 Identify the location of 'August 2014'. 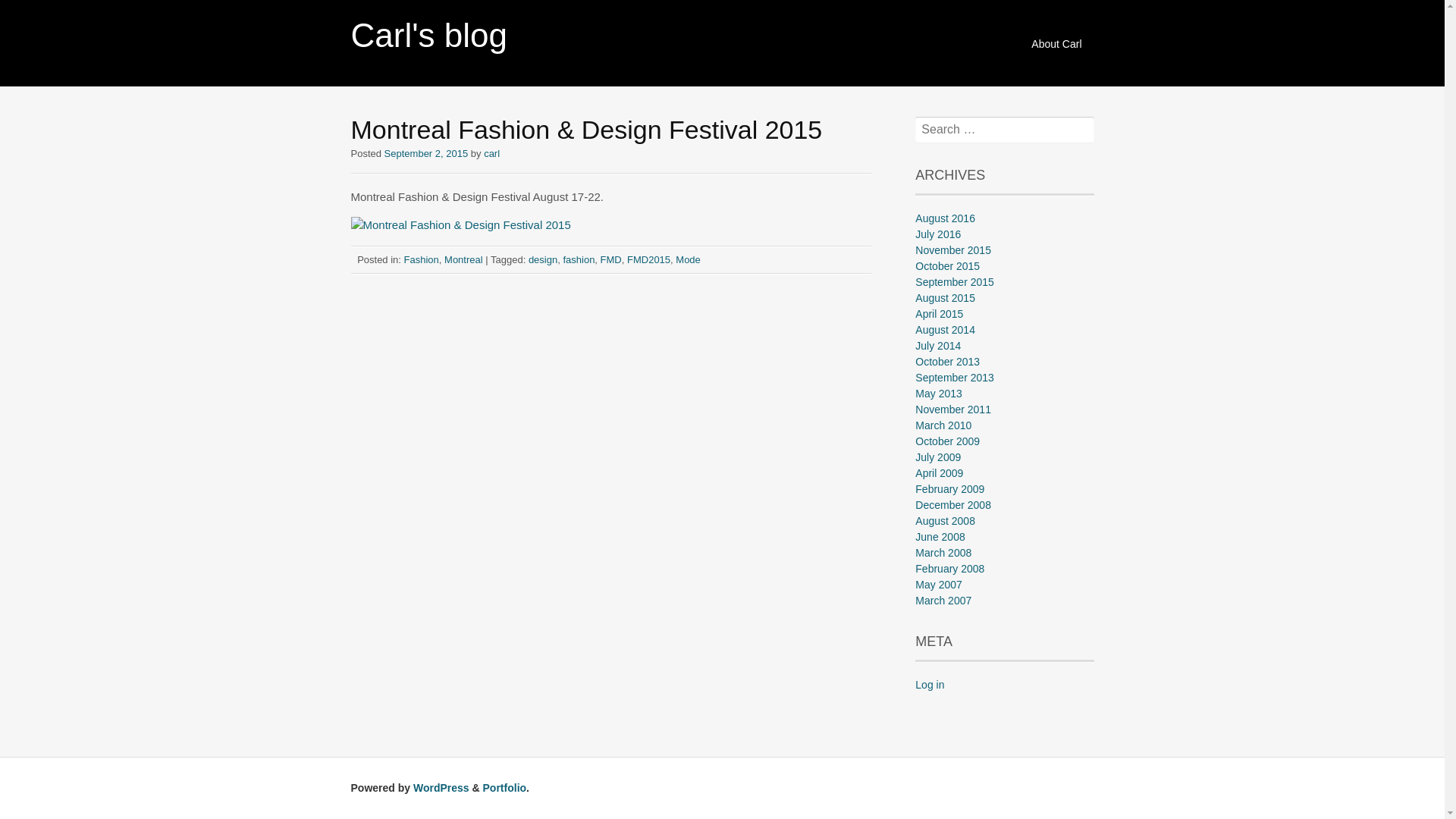
(944, 329).